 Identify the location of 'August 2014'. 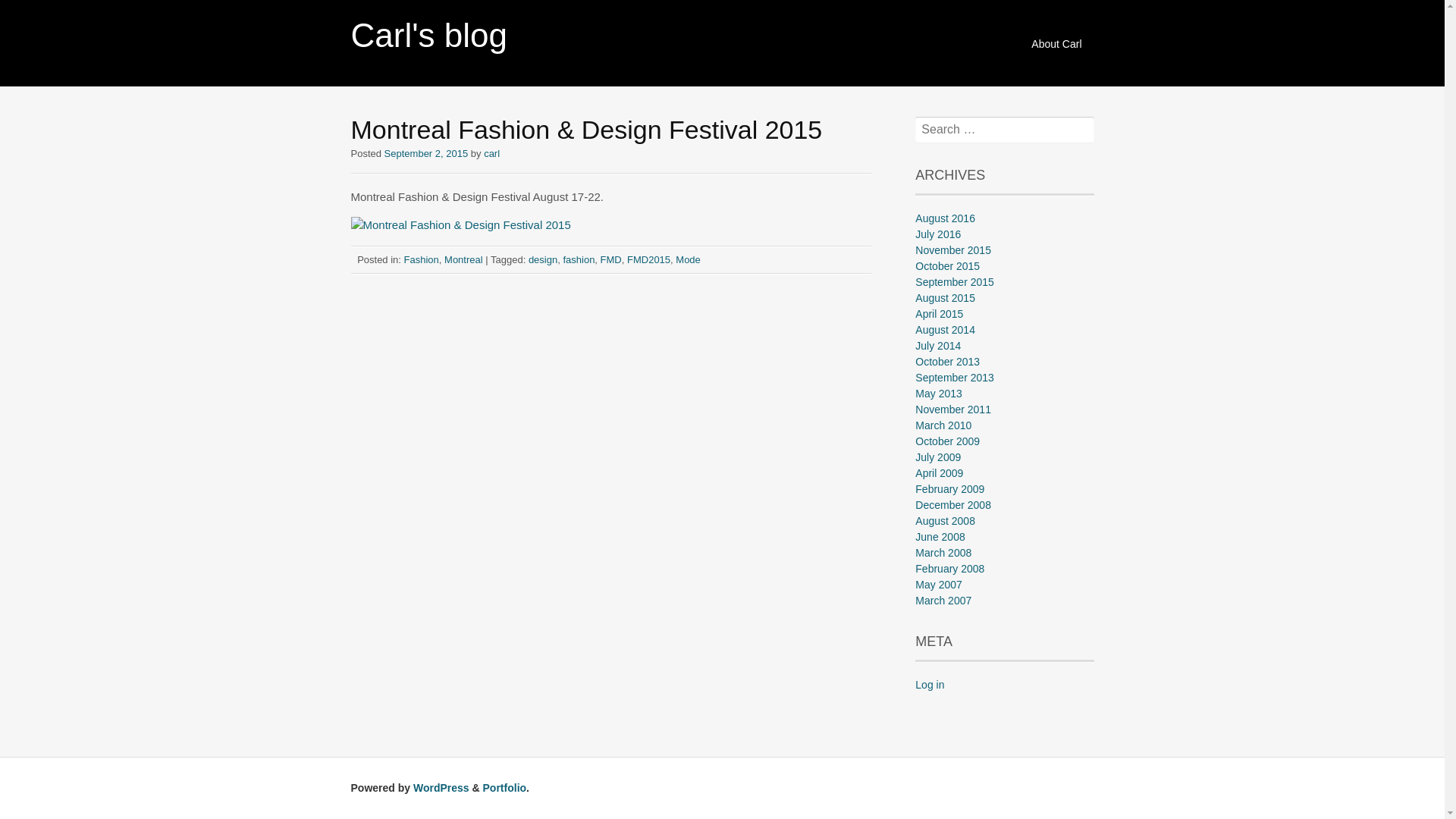
(944, 329).